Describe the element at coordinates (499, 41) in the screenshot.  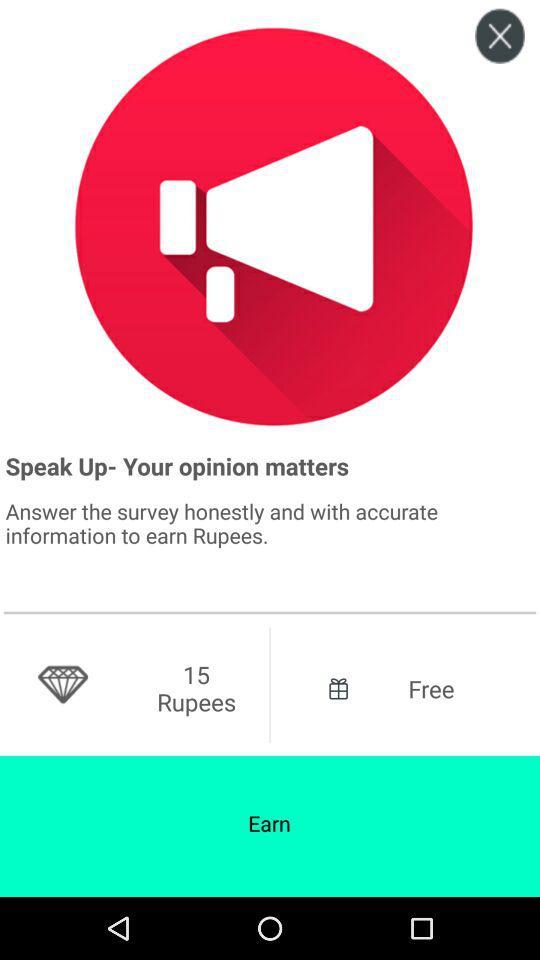
I see `the close icon` at that location.